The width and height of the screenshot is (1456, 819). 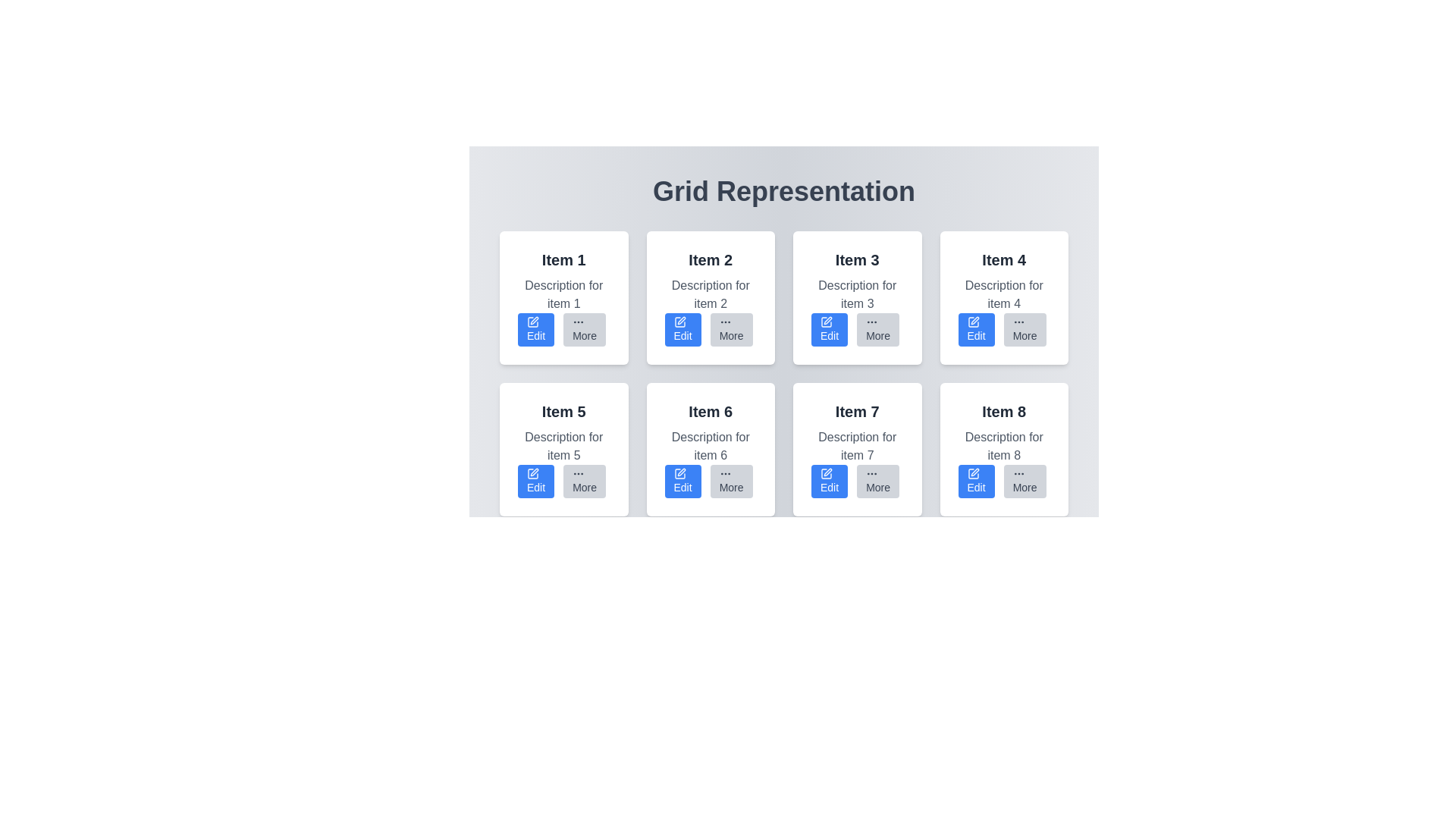 What do you see at coordinates (680, 472) in the screenshot?
I see `the edit-related icon located within the sixth item card of a 4x2 grid layout` at bounding box center [680, 472].